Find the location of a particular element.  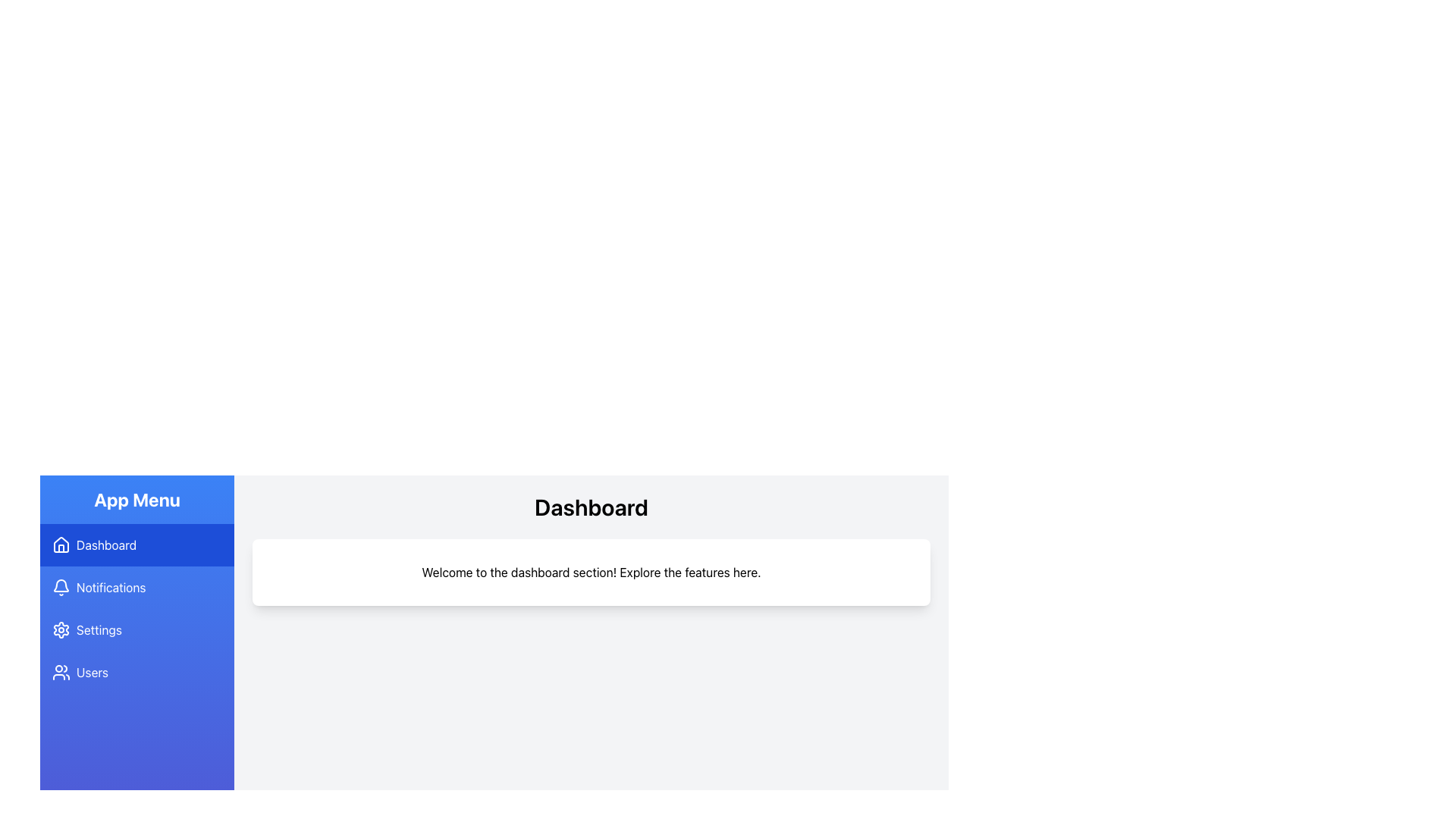

the 'Notifications' menu item in the sidebar, which is visually represented by the icon to the left of the text 'Notifications' is located at coordinates (61, 587).